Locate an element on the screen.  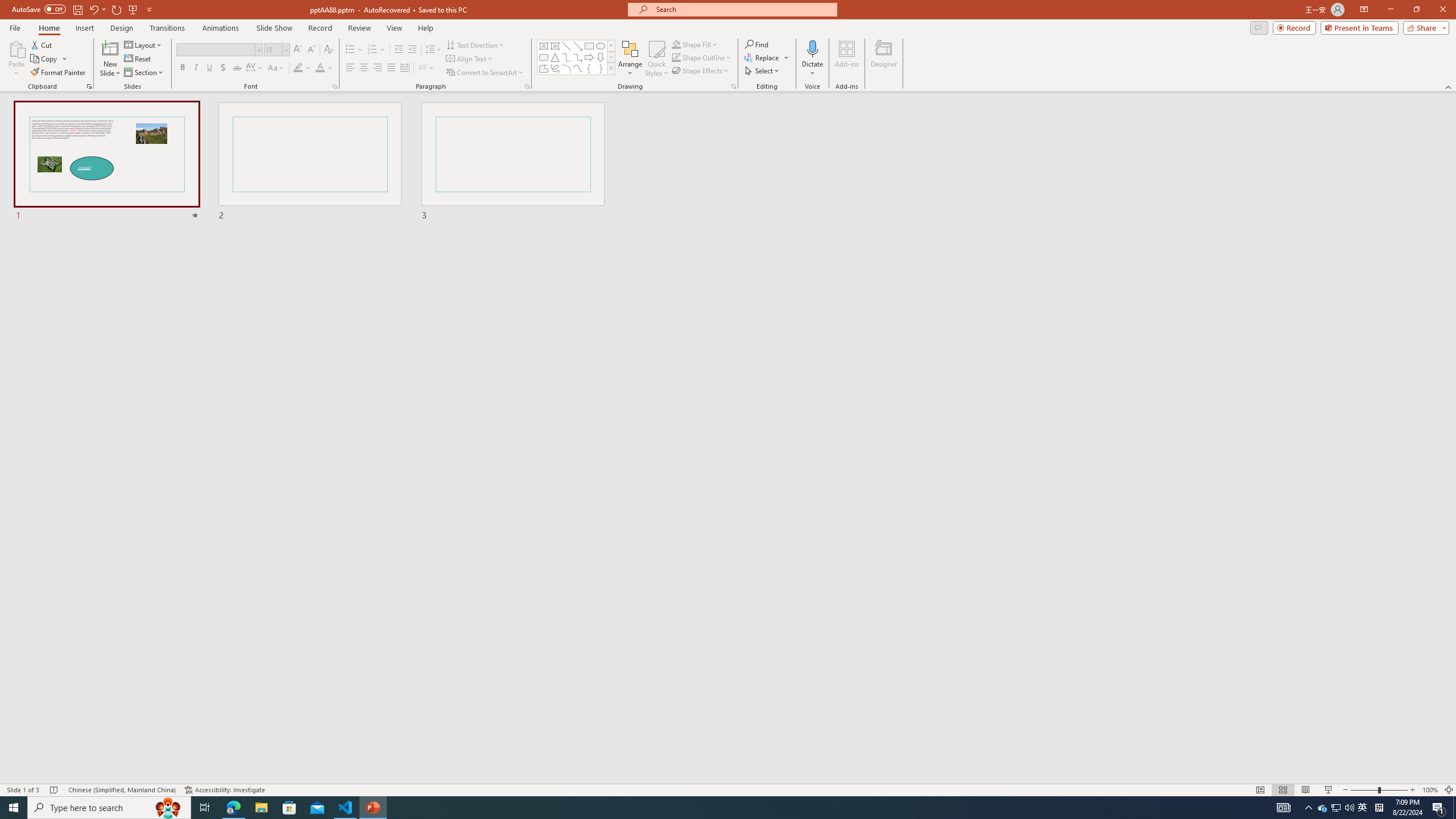
'Freeform: Shape' is located at coordinates (543, 68).